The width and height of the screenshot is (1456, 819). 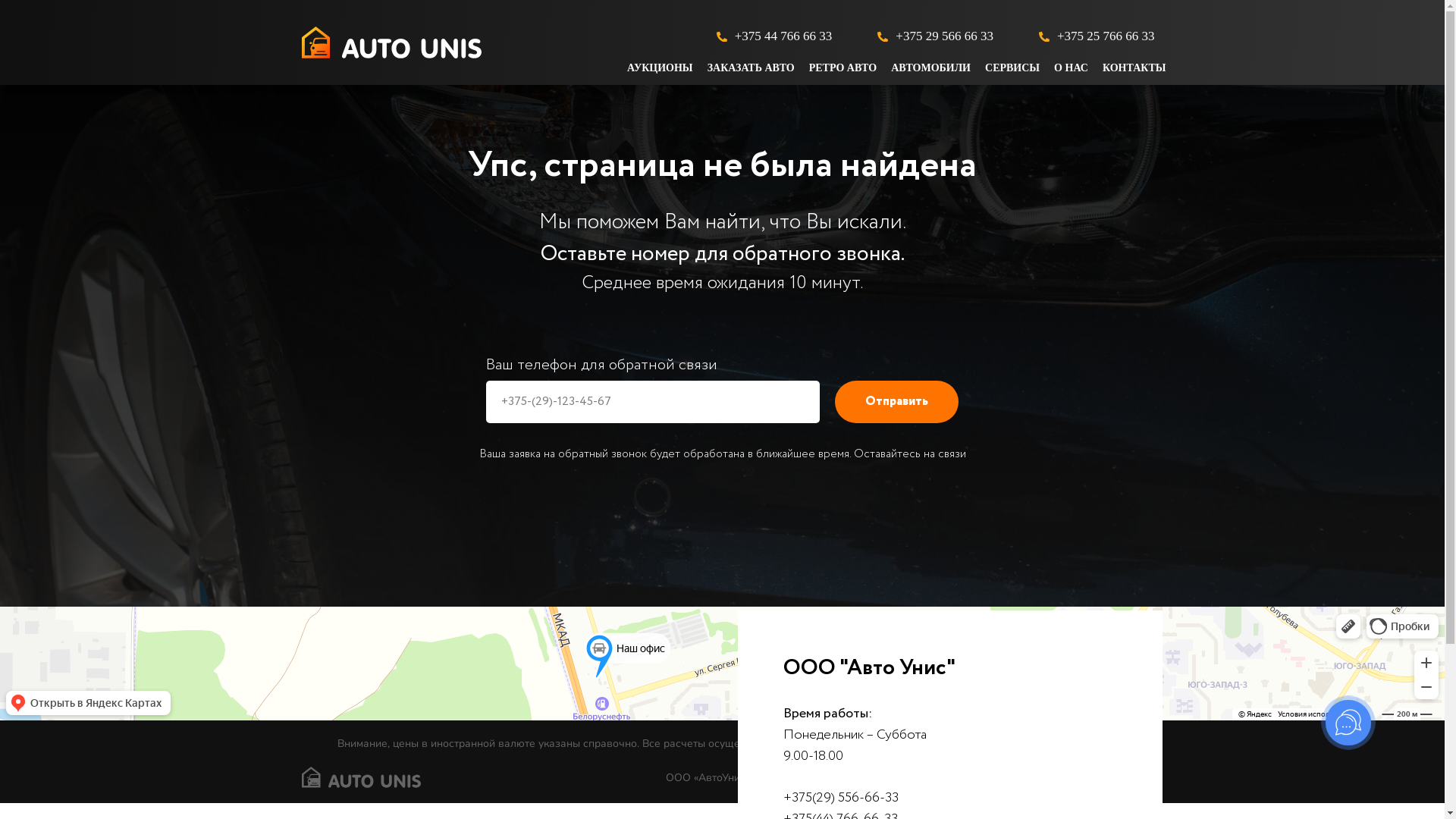 I want to click on '+375(29) 556-66-33', so click(x=839, y=797).